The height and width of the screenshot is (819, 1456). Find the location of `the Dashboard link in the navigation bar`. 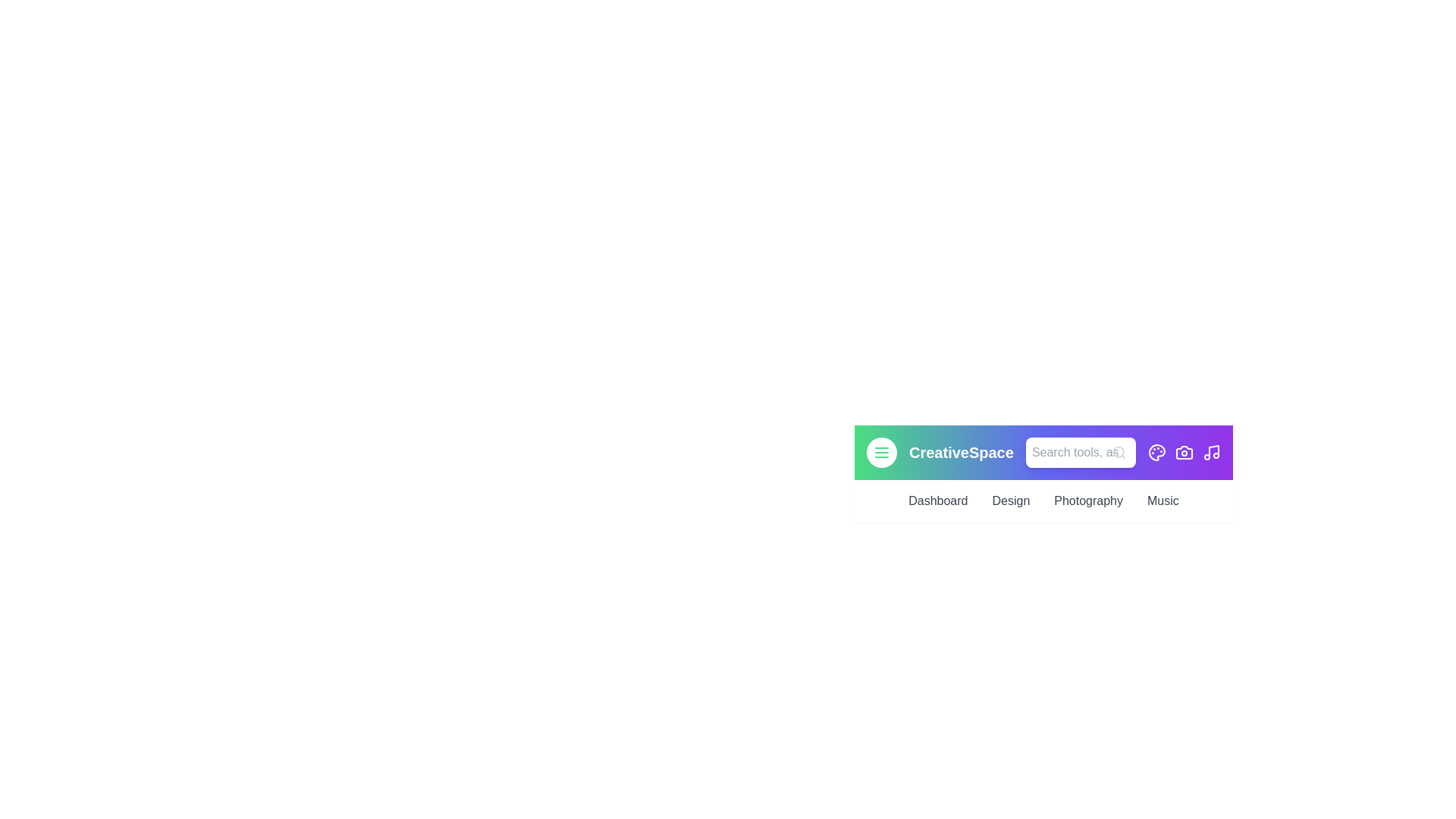

the Dashboard link in the navigation bar is located at coordinates (937, 500).